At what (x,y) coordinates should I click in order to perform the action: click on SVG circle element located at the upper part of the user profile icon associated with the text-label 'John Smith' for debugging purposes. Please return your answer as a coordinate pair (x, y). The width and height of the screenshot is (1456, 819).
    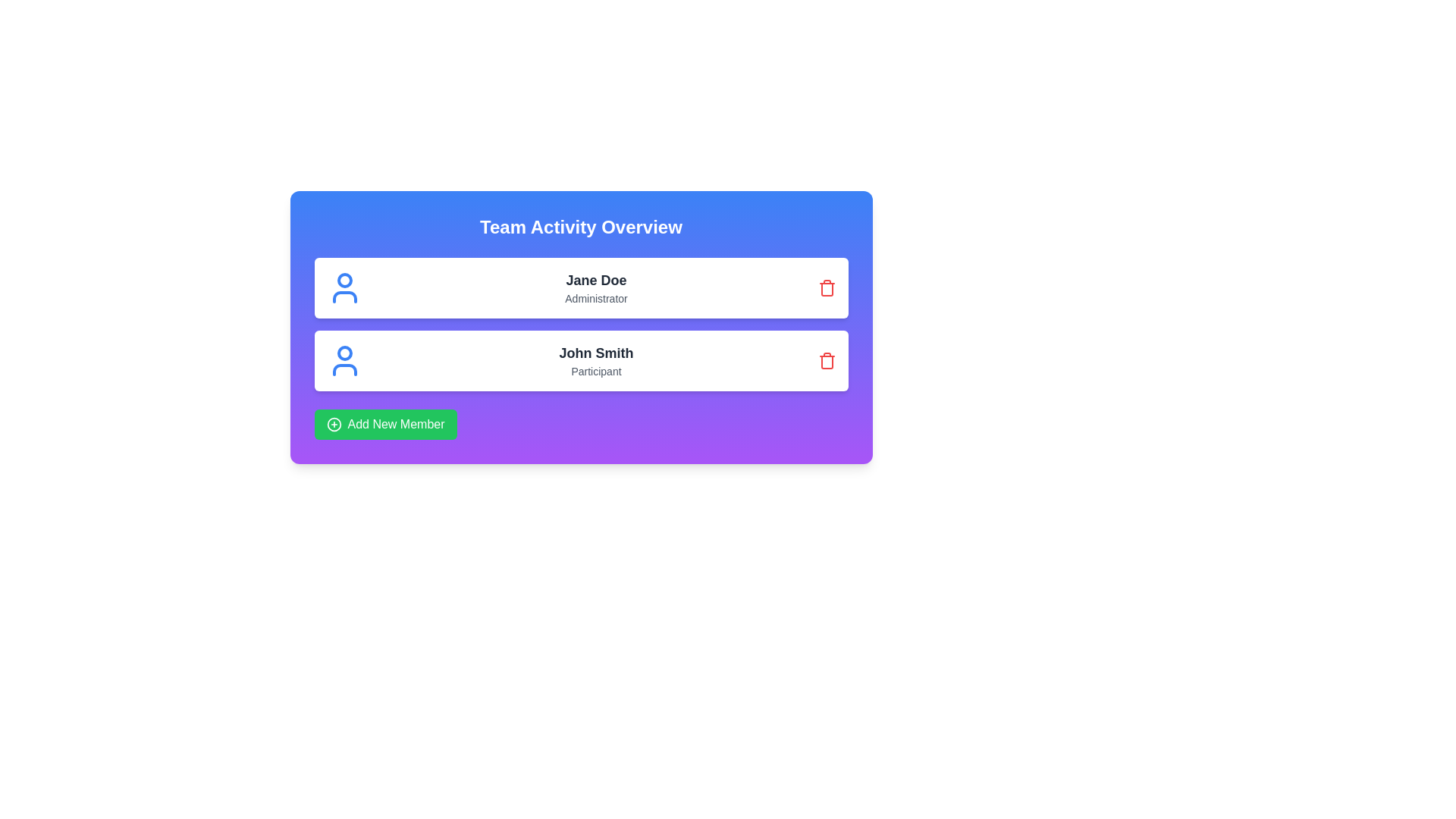
    Looking at the image, I should click on (344, 353).